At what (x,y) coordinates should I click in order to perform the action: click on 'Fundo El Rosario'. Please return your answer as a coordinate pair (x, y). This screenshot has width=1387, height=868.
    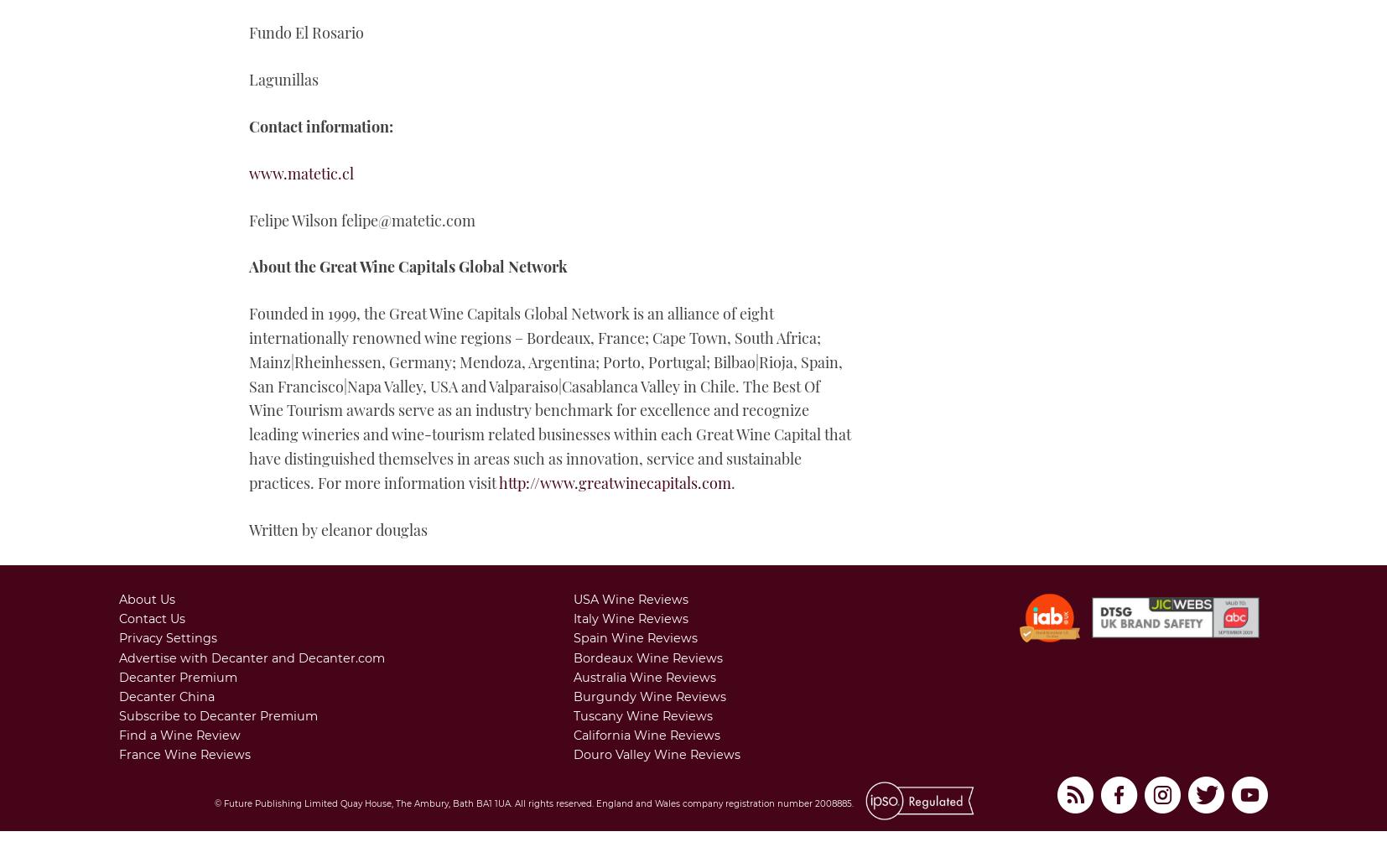
    Looking at the image, I should click on (305, 33).